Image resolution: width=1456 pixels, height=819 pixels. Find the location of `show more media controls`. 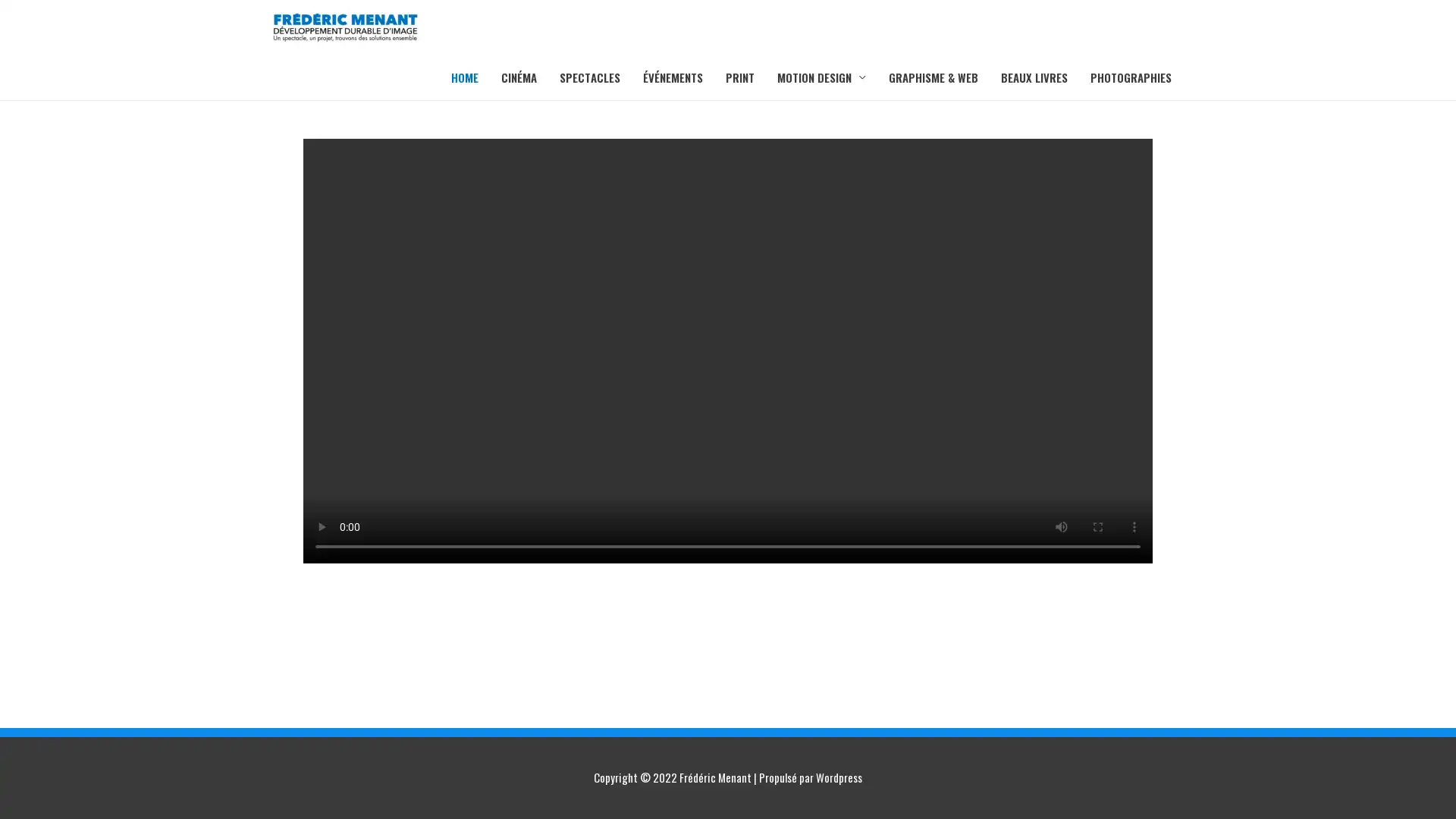

show more media controls is located at coordinates (1134, 526).